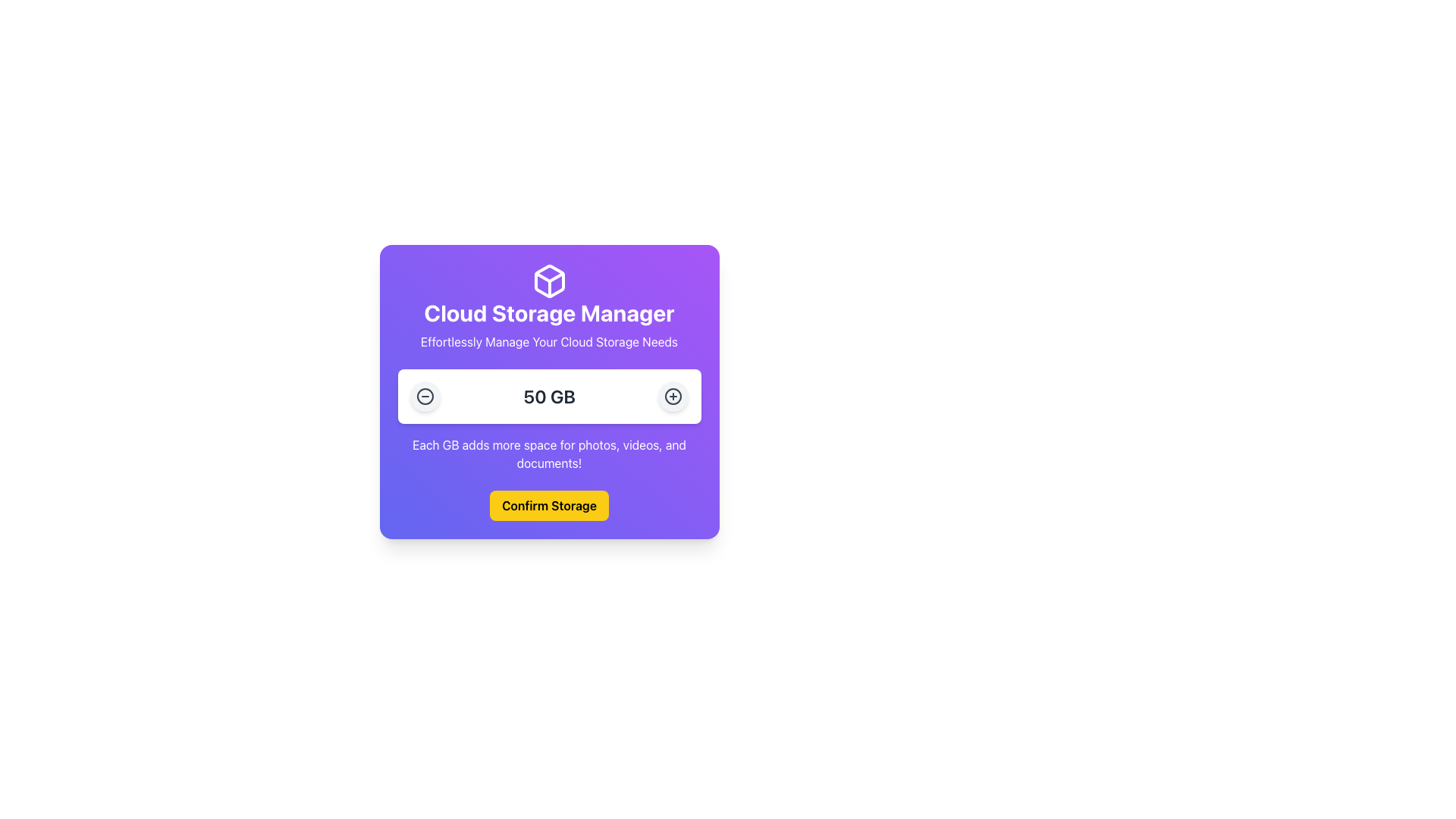  What do you see at coordinates (425, 396) in the screenshot?
I see `the minus icon button located on the left side of the horizontal number input field to decrease the associated storage size value` at bounding box center [425, 396].